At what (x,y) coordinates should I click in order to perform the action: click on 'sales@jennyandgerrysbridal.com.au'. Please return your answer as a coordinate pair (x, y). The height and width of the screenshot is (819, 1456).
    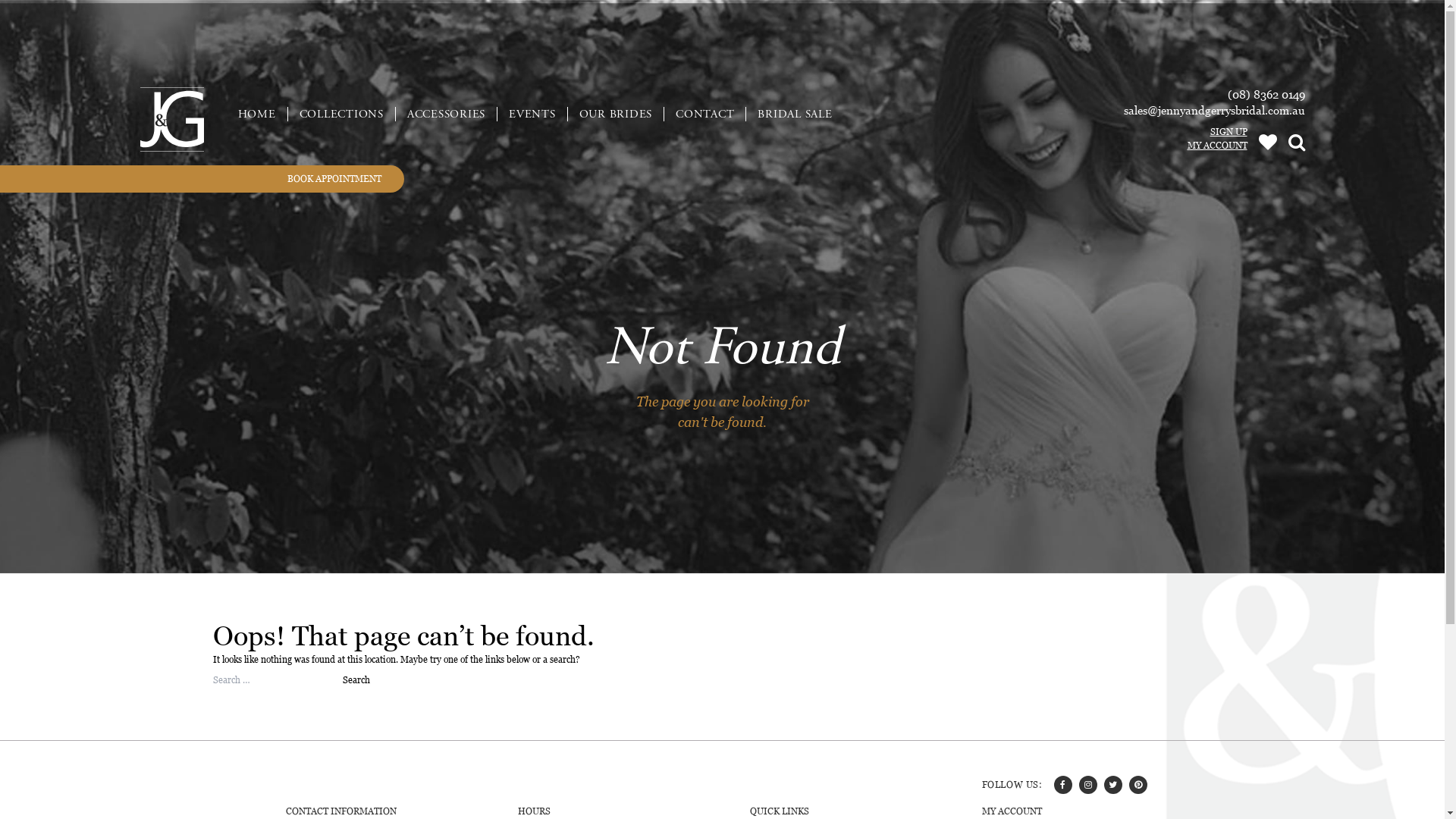
    Looking at the image, I should click on (1214, 109).